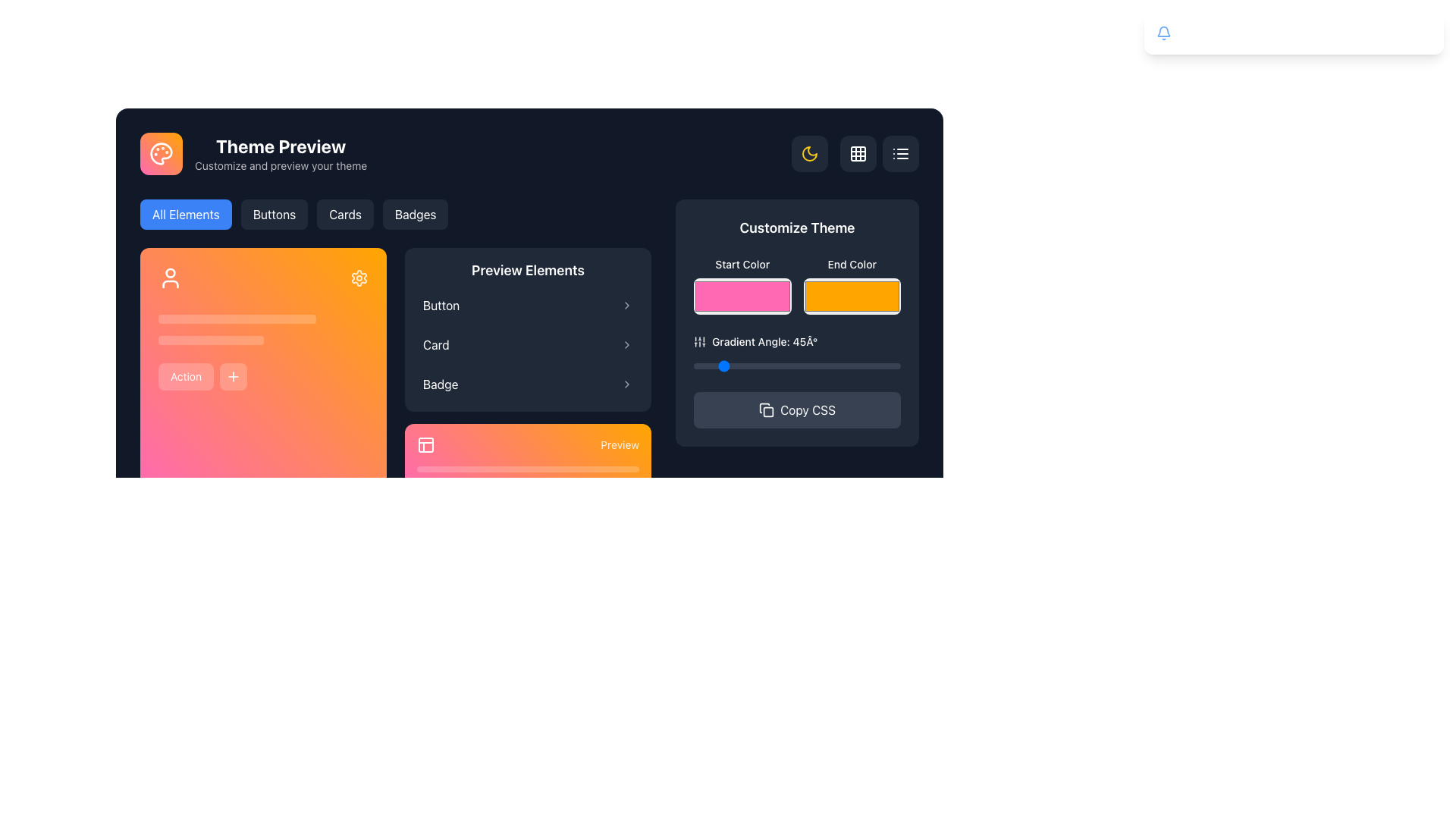 This screenshot has height=819, width=1456. Describe the element at coordinates (626, 345) in the screenshot. I see `the Chevron icon located at the center-right of the 'Card' list item in the 'Preview Elements' panel, which indicates a navigational action` at that location.